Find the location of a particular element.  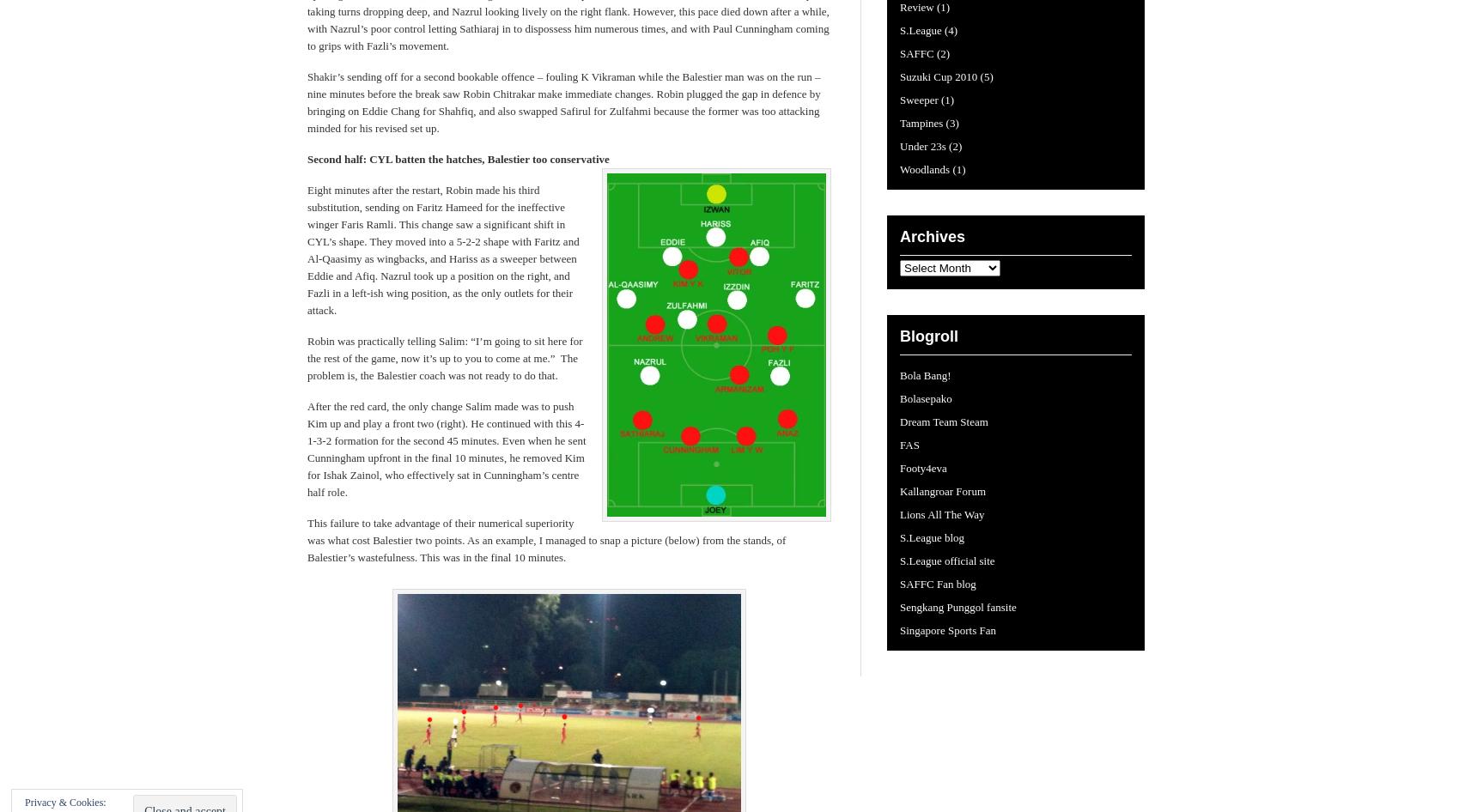

'Sengkang Punggol fansite' is located at coordinates (957, 607).